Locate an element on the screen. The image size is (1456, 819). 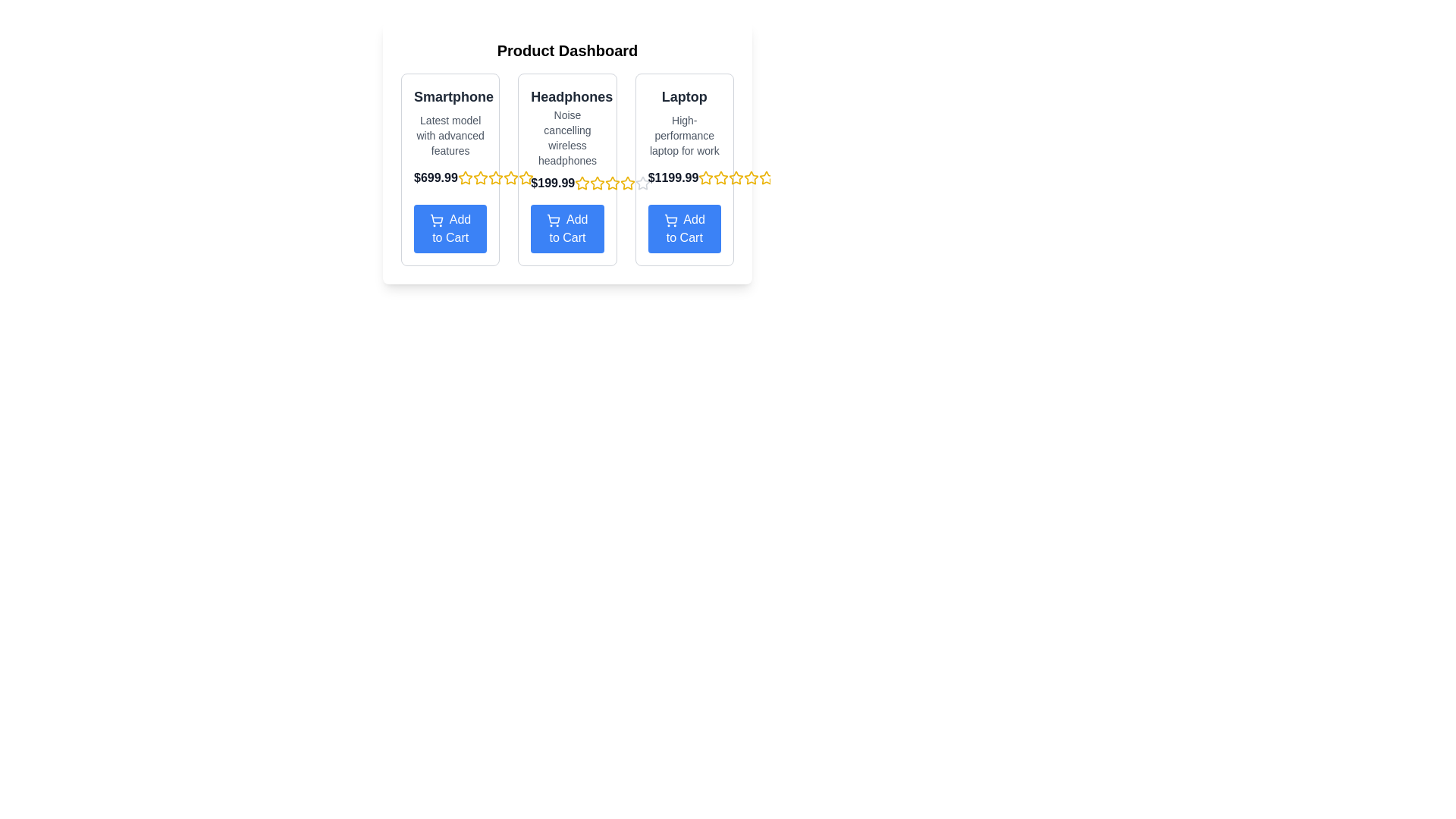
the graphical representation of the 'Add to Cart' icon located in the middle card under 'Headphones' in the product dashboard layout is located at coordinates (553, 220).